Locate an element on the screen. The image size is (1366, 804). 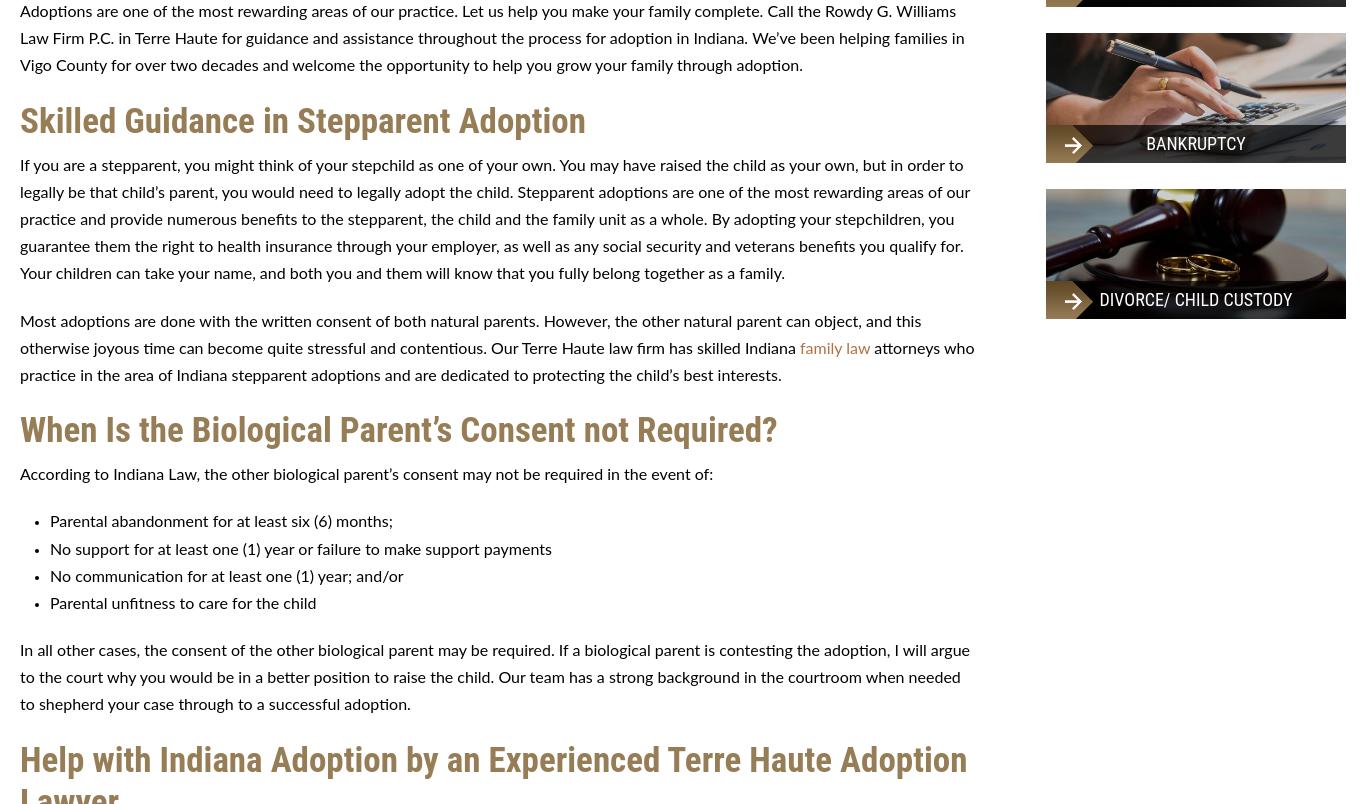
'BANKRUPTCY' is located at coordinates (1145, 142).